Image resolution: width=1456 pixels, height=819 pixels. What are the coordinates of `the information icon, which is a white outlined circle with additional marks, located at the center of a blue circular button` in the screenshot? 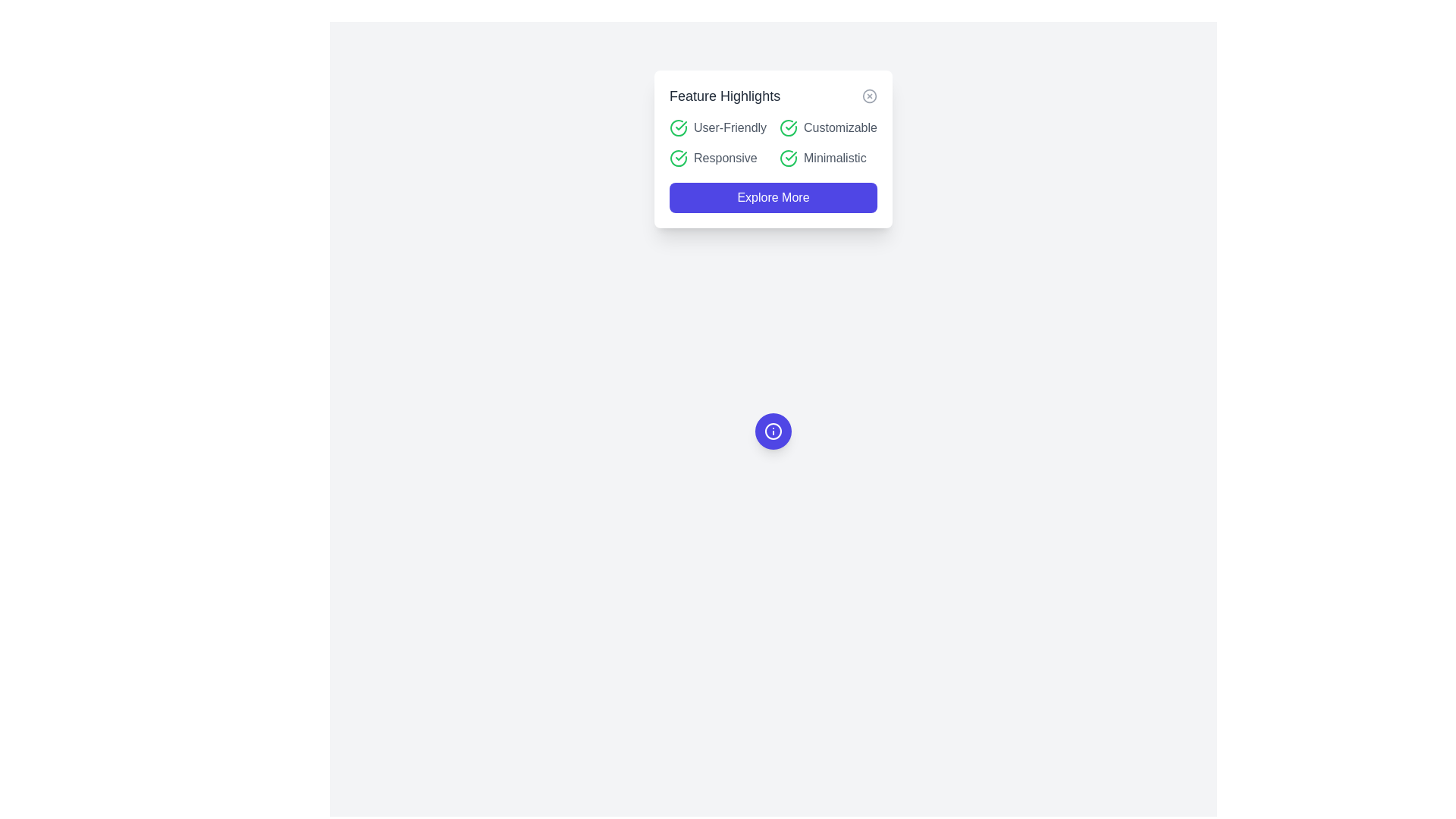 It's located at (773, 431).